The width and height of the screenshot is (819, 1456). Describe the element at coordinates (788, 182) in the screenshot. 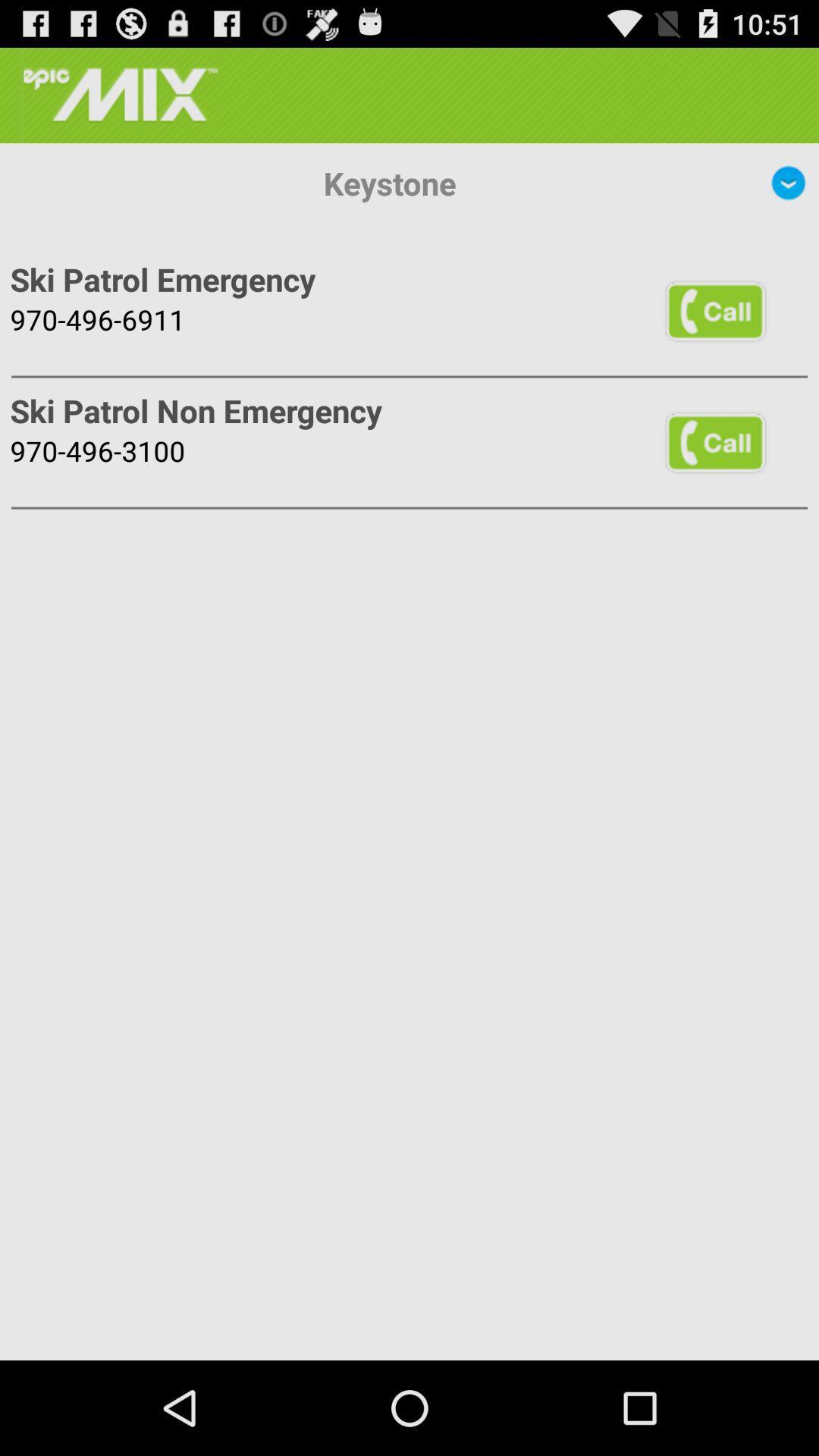

I see `icon next to the keystone app` at that location.